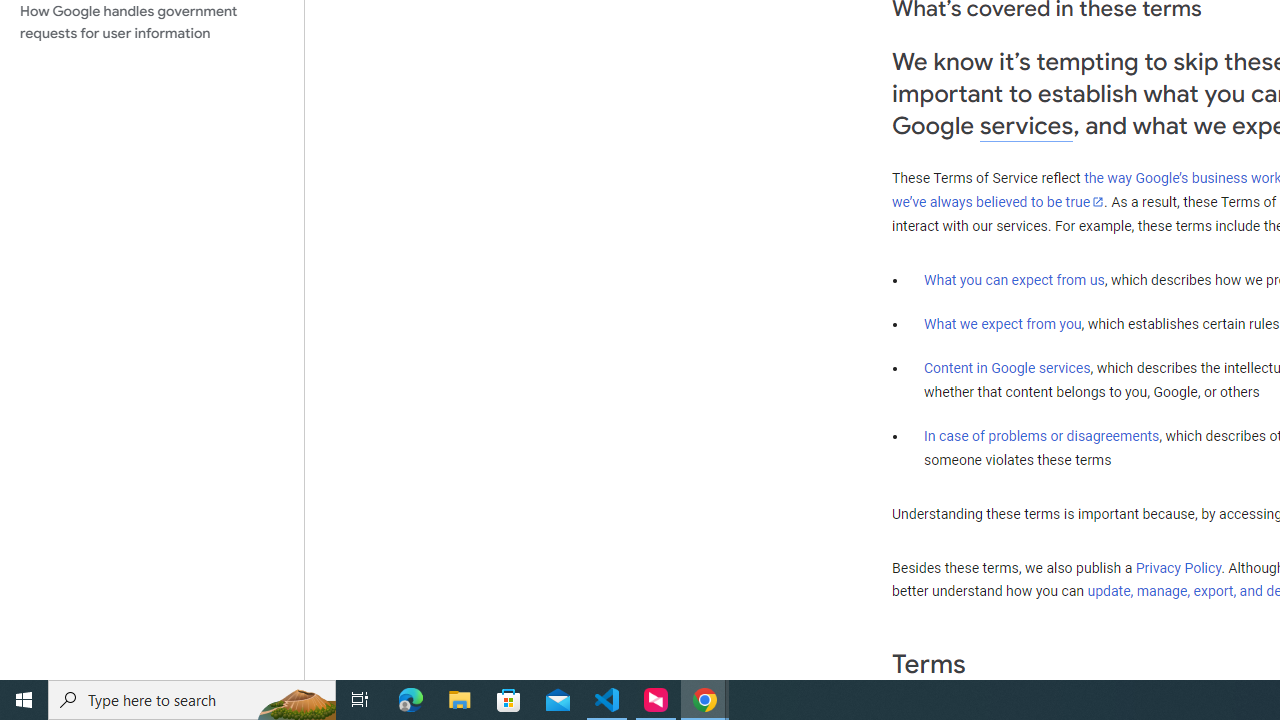 The width and height of the screenshot is (1280, 720). What do you see at coordinates (1002, 323) in the screenshot?
I see `'What we expect from you'` at bounding box center [1002, 323].